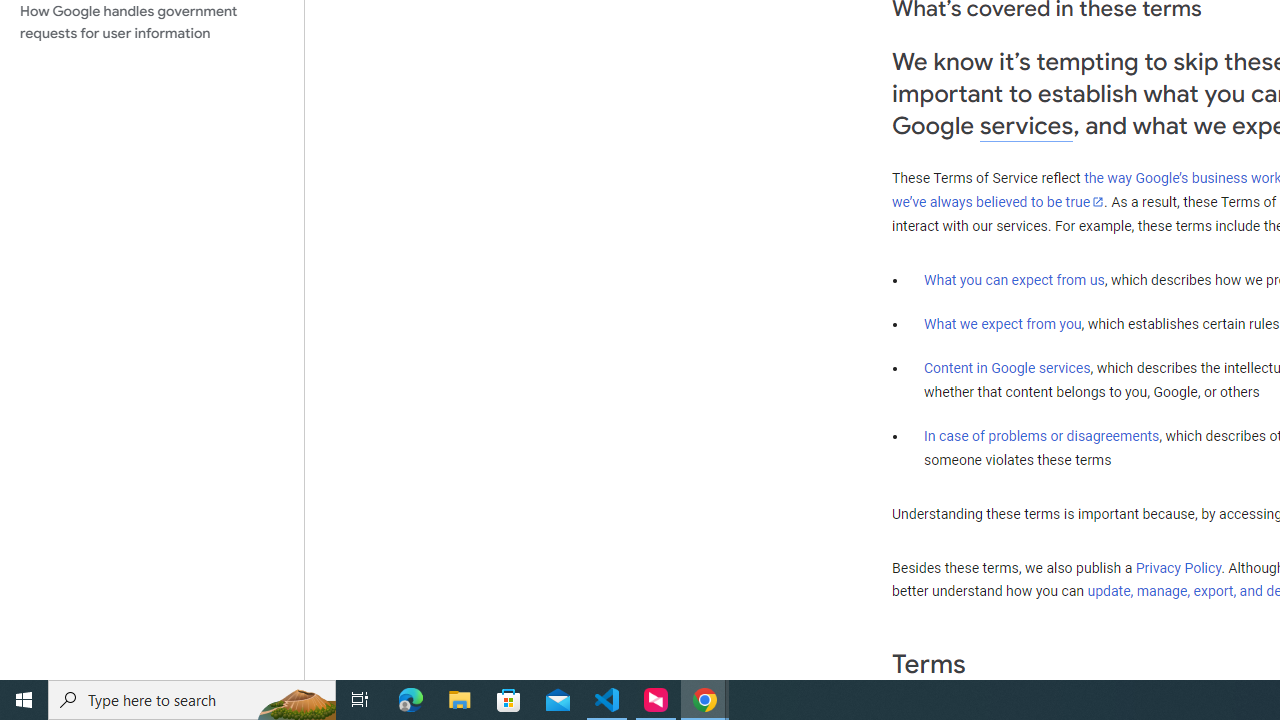 The width and height of the screenshot is (1280, 720). What do you see at coordinates (1002, 323) in the screenshot?
I see `'What we expect from you'` at bounding box center [1002, 323].